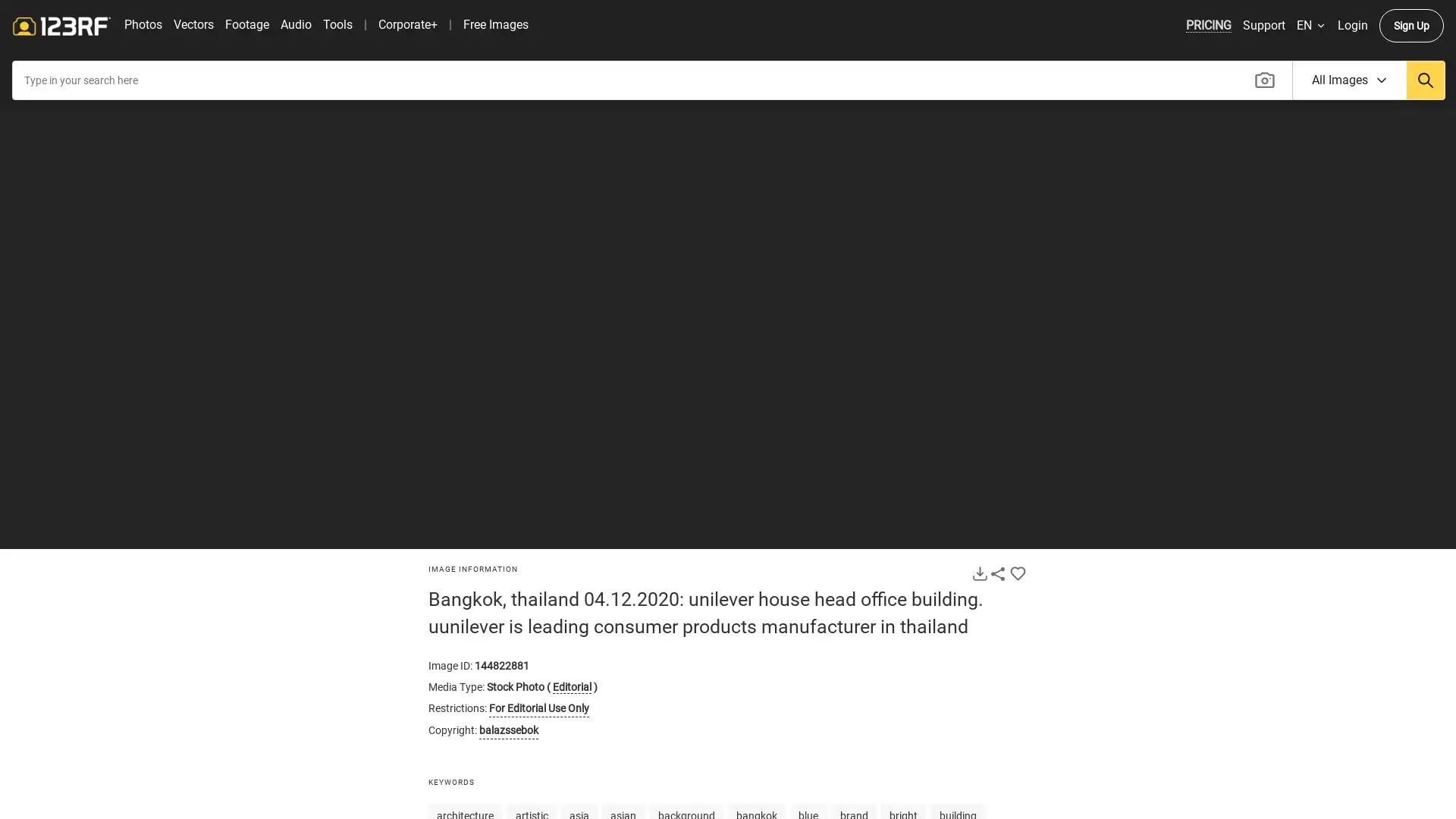 This screenshot has width=1456, height=819. I want to click on TWITTER_POST Twitter post 1024 x 512 px, so click(1288, 770).